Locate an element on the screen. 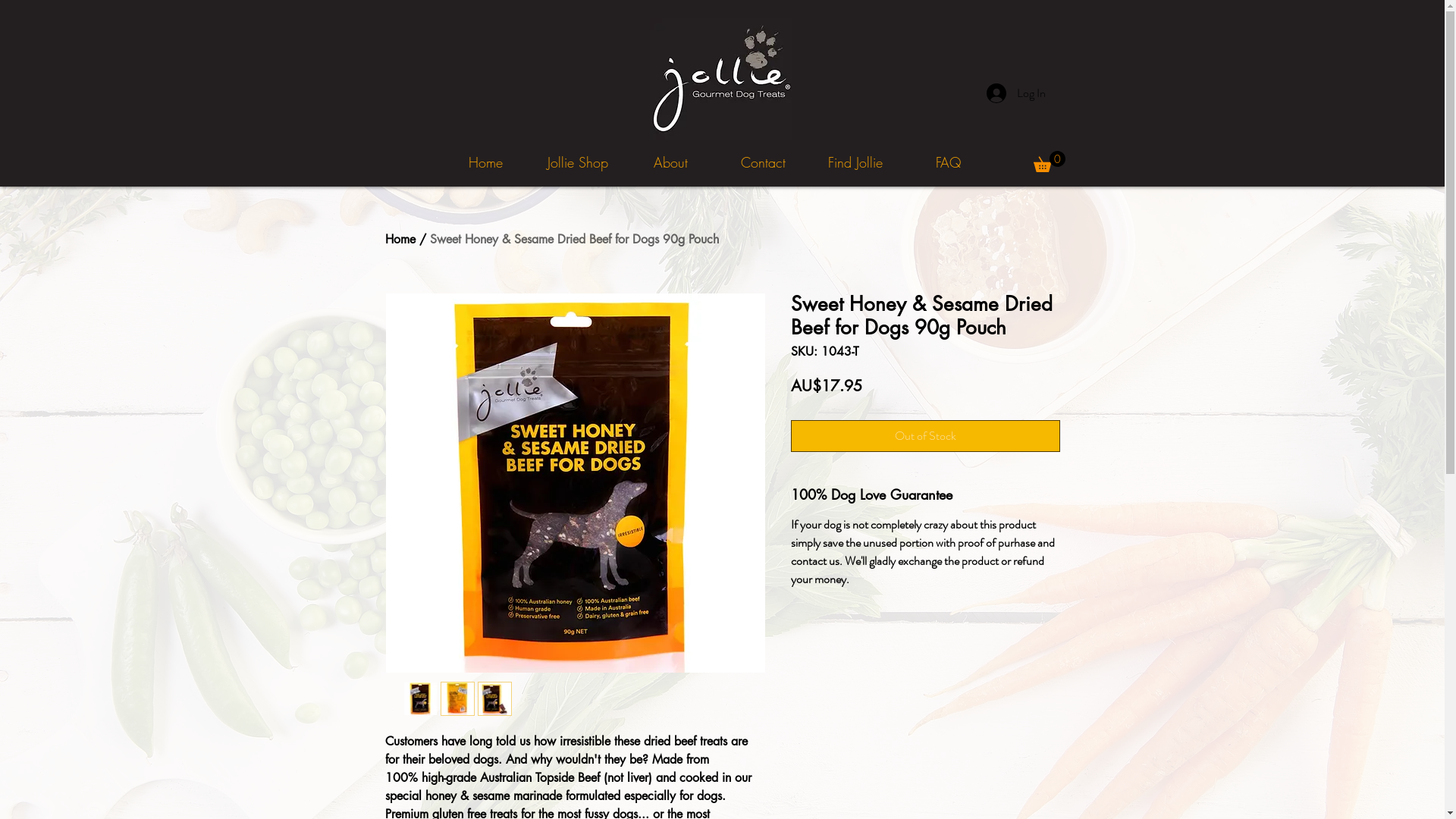  'Contact' is located at coordinates (716, 162).